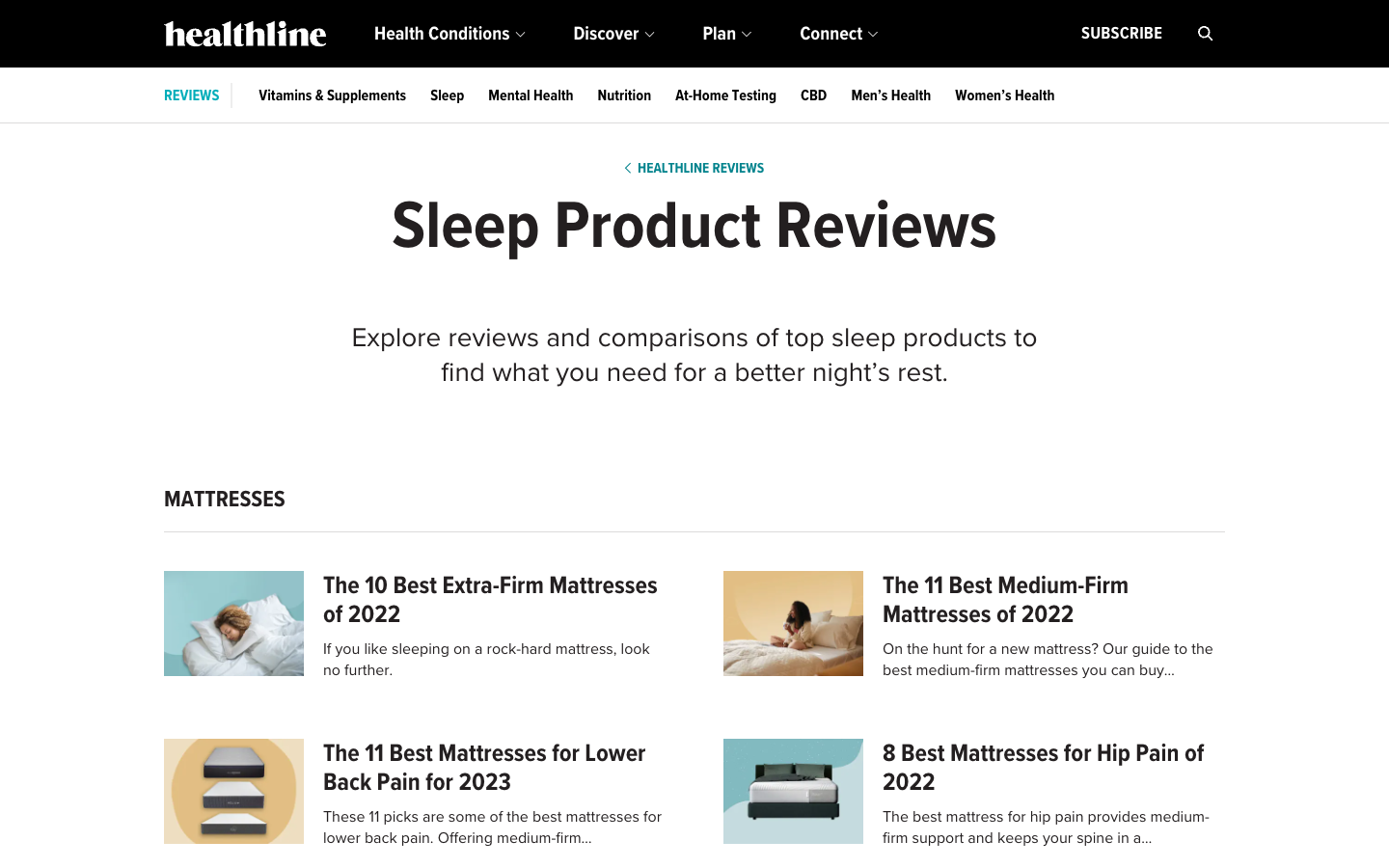 This screenshot has width=1389, height=868. Describe the element at coordinates (724, 95) in the screenshot. I see `What is latest about home testing` at that location.